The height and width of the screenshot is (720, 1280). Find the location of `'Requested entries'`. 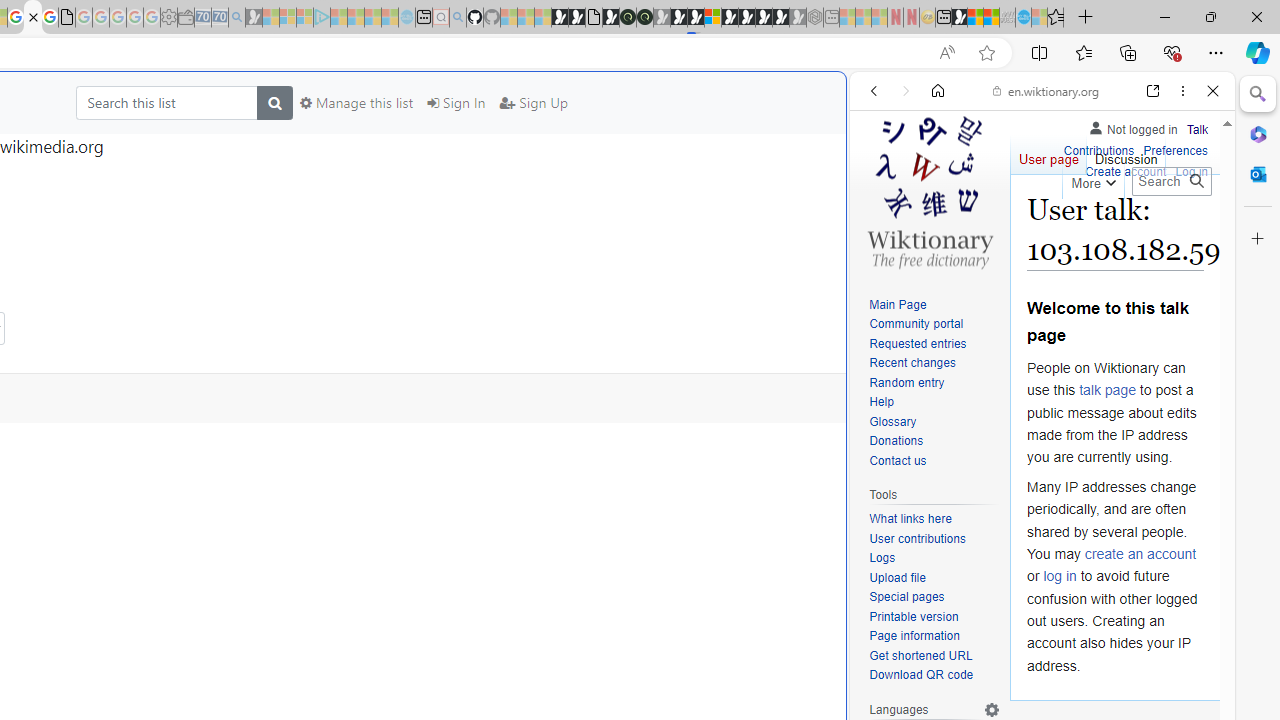

'Requested entries' is located at coordinates (934, 343).